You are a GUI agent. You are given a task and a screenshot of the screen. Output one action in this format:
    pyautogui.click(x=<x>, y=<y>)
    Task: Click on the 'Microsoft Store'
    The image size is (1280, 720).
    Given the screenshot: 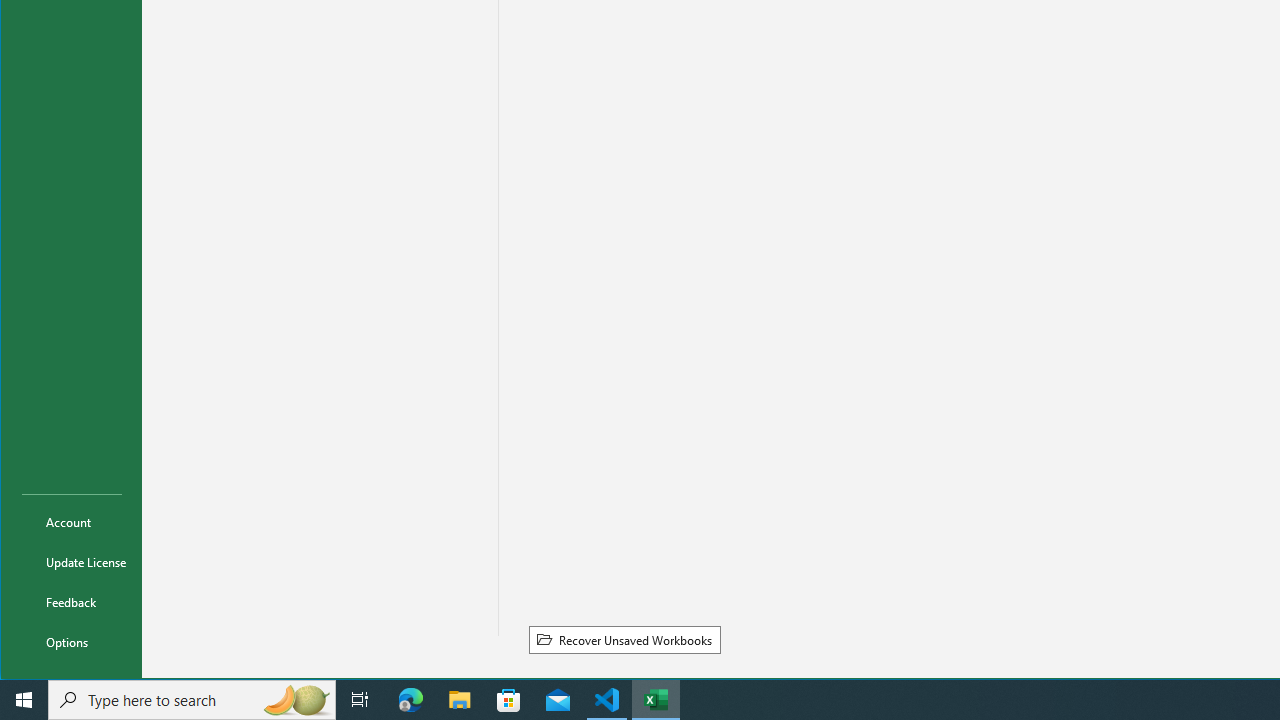 What is the action you would take?
    pyautogui.click(x=509, y=698)
    